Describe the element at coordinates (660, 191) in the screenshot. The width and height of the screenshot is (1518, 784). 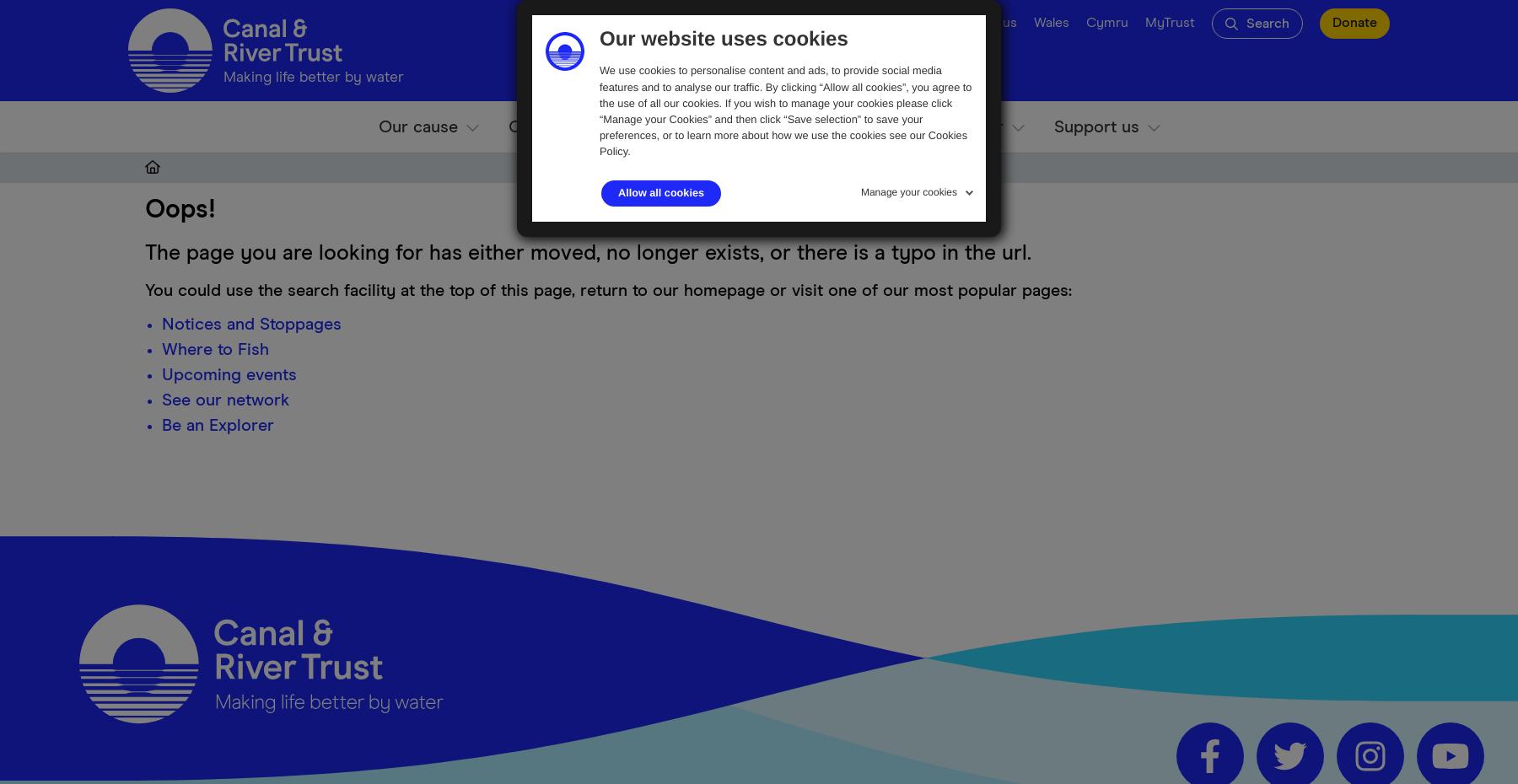
I see `'Allow all cookies'` at that location.